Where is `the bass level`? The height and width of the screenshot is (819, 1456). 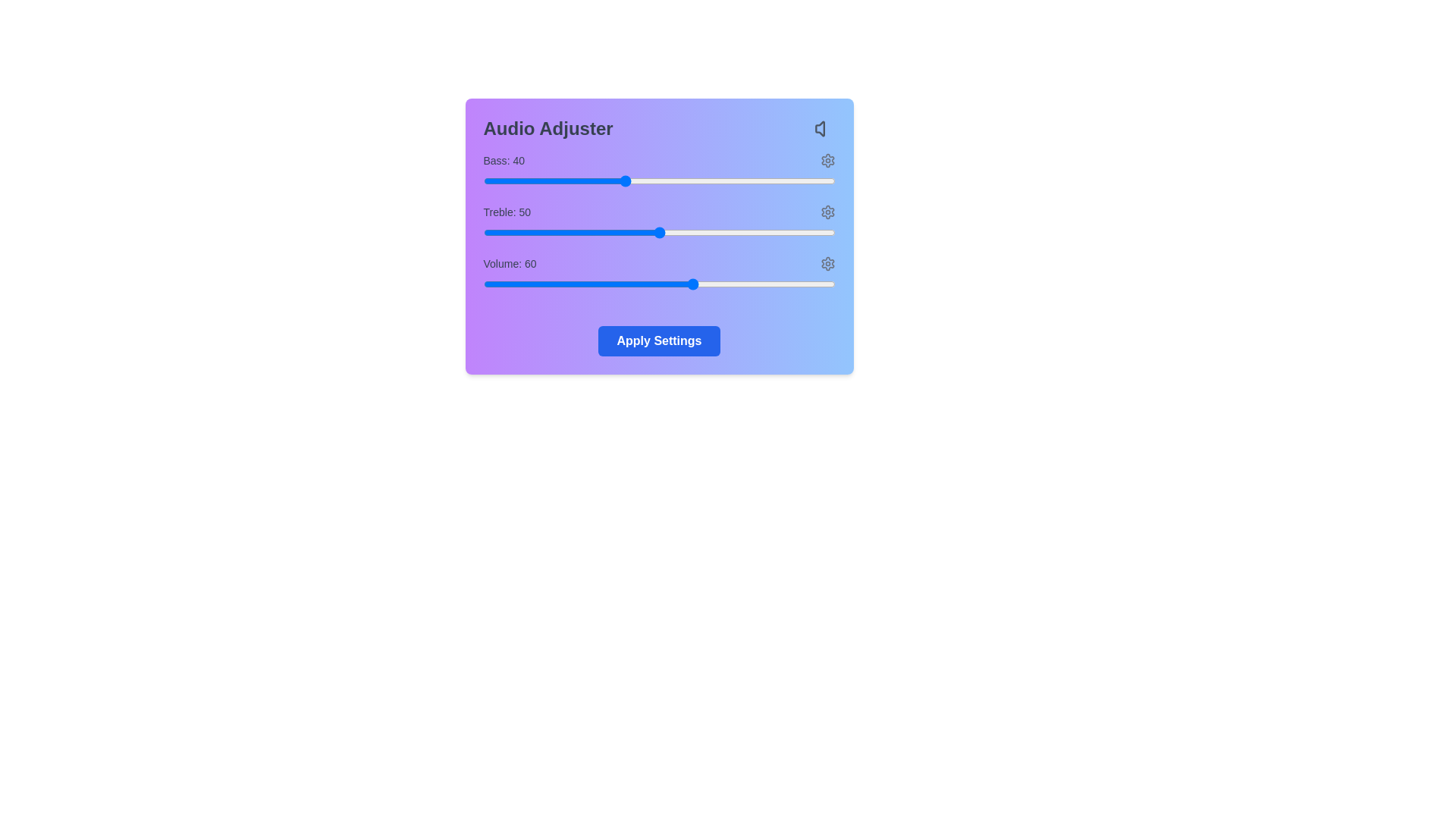 the bass level is located at coordinates (539, 180).